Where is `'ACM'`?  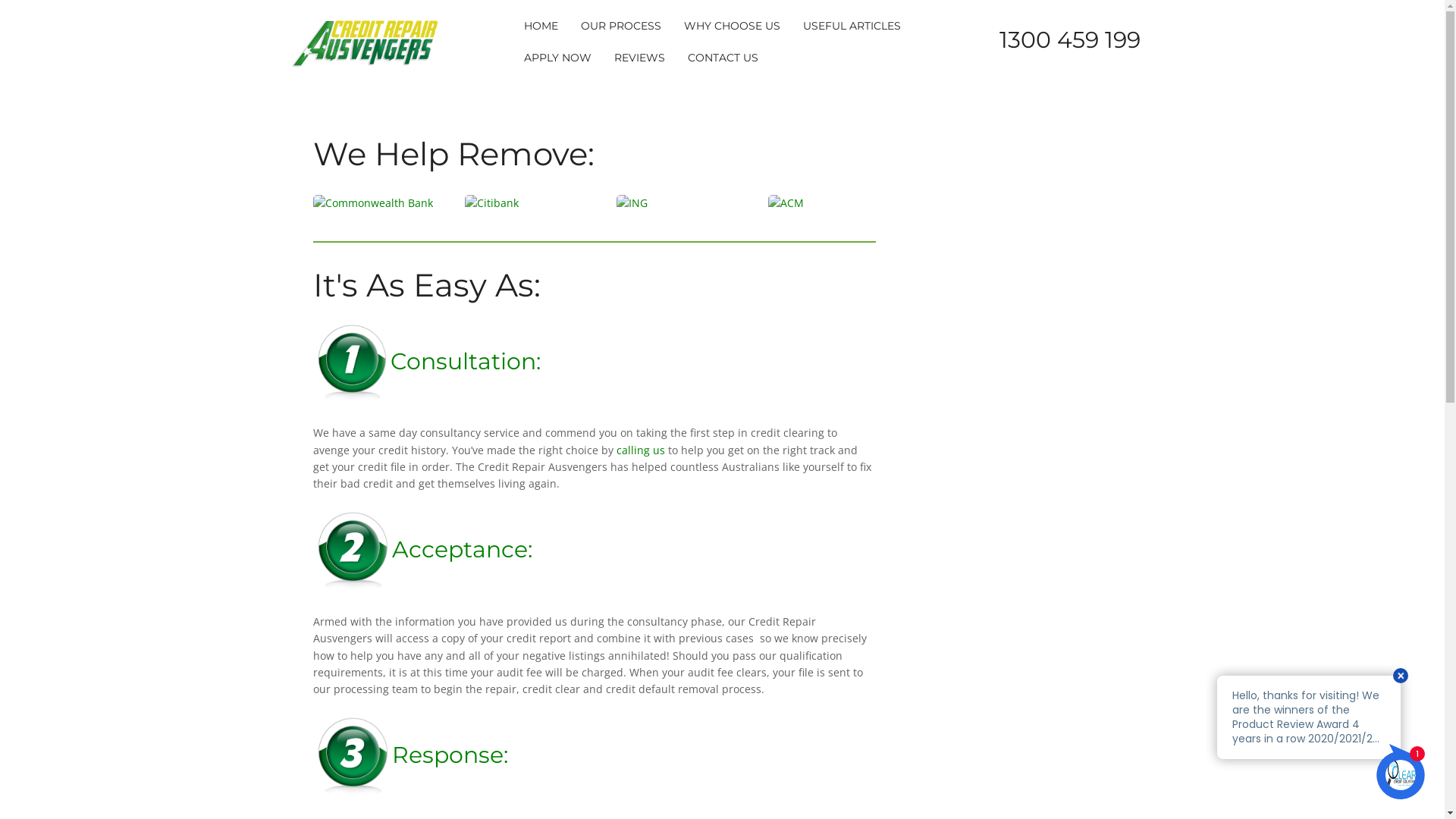
'ACM' is located at coordinates (831, 202).